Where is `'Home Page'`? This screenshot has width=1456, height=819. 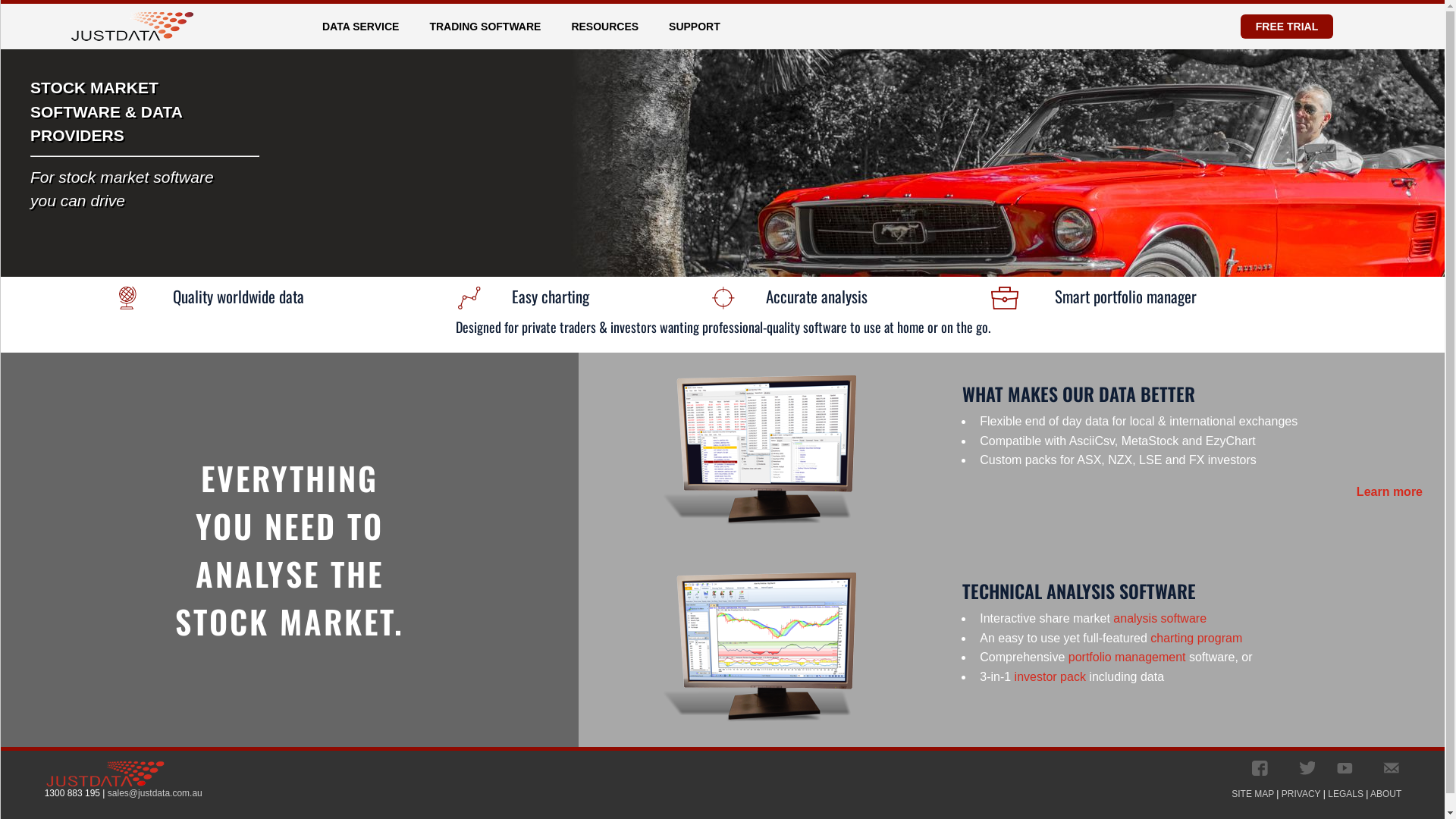 'Home Page' is located at coordinates (132, 20).